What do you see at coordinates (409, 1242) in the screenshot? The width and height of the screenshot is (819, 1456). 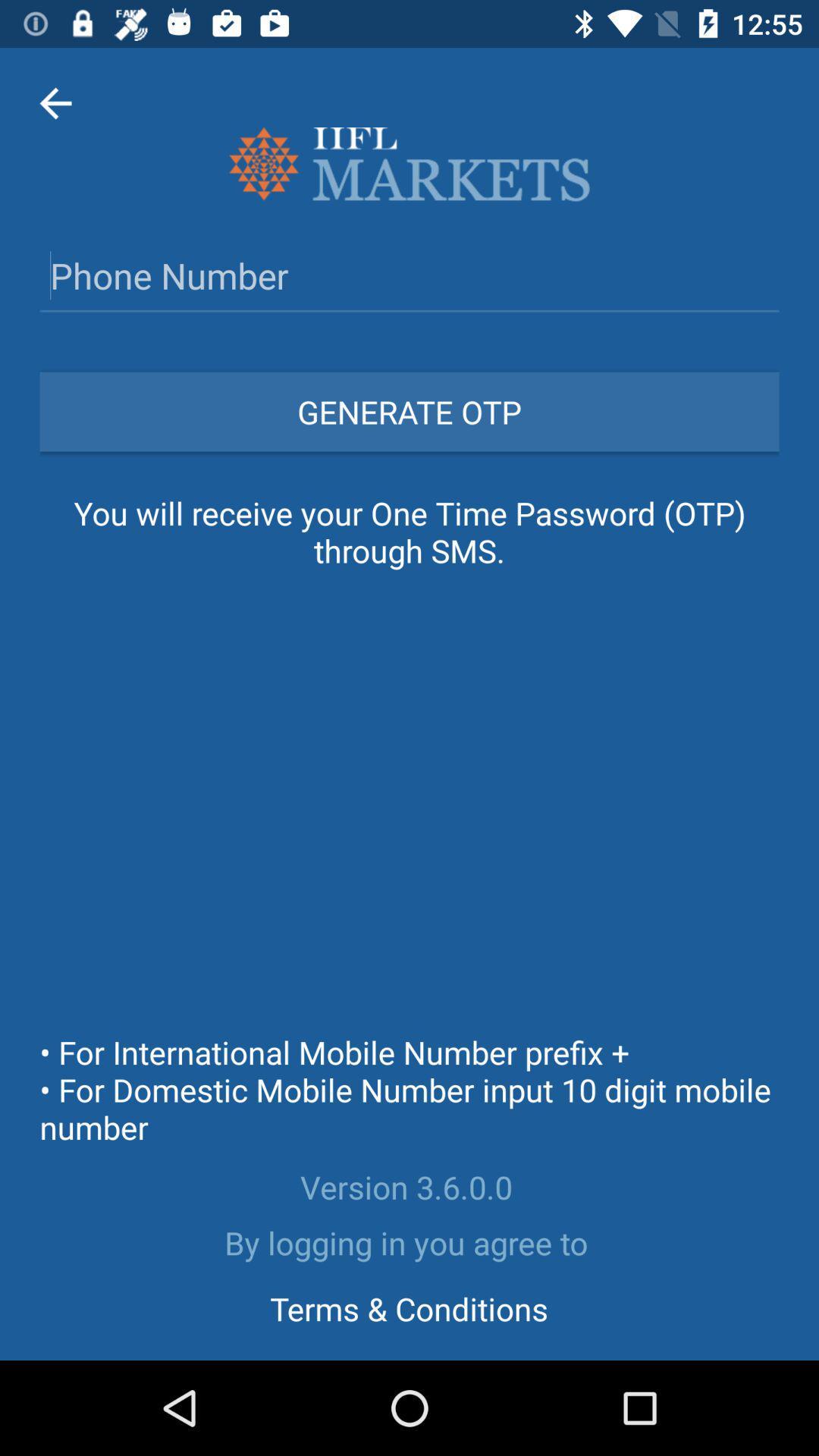 I see `by logging in icon` at bounding box center [409, 1242].